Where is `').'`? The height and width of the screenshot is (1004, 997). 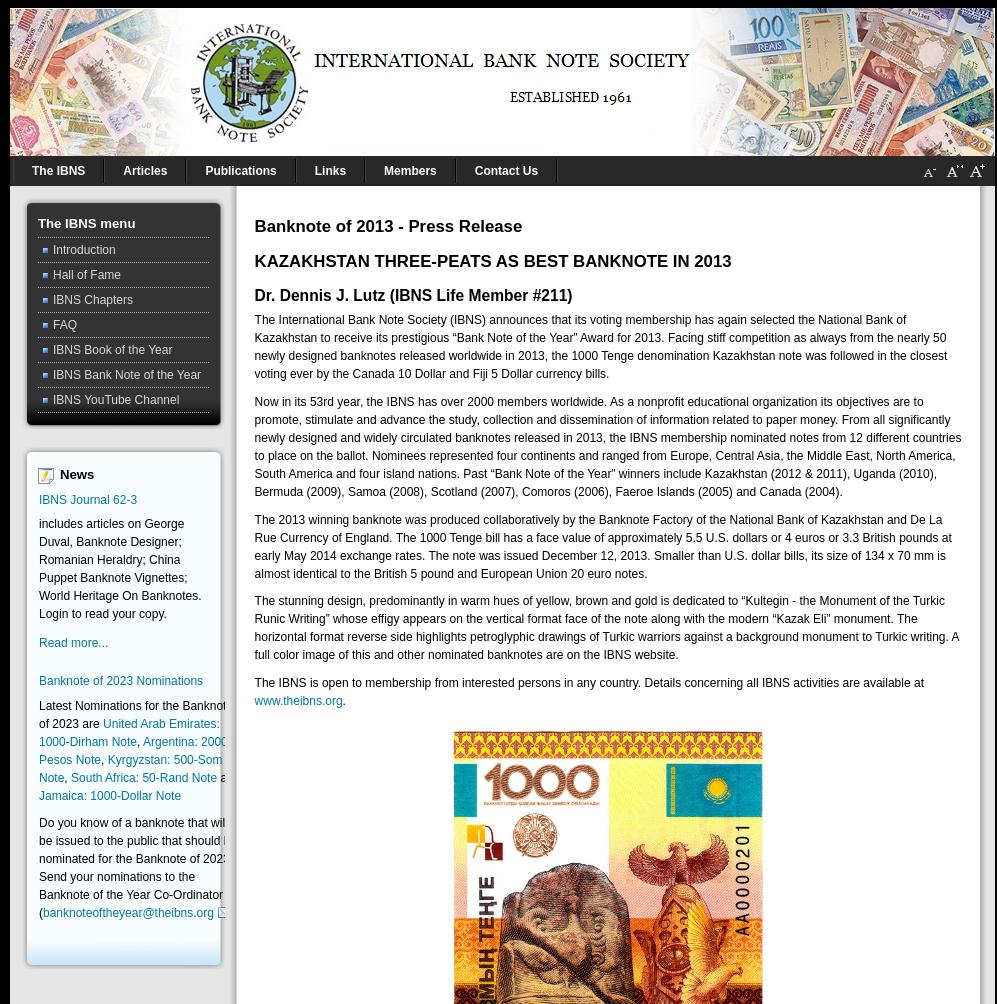
').' is located at coordinates (235, 912).